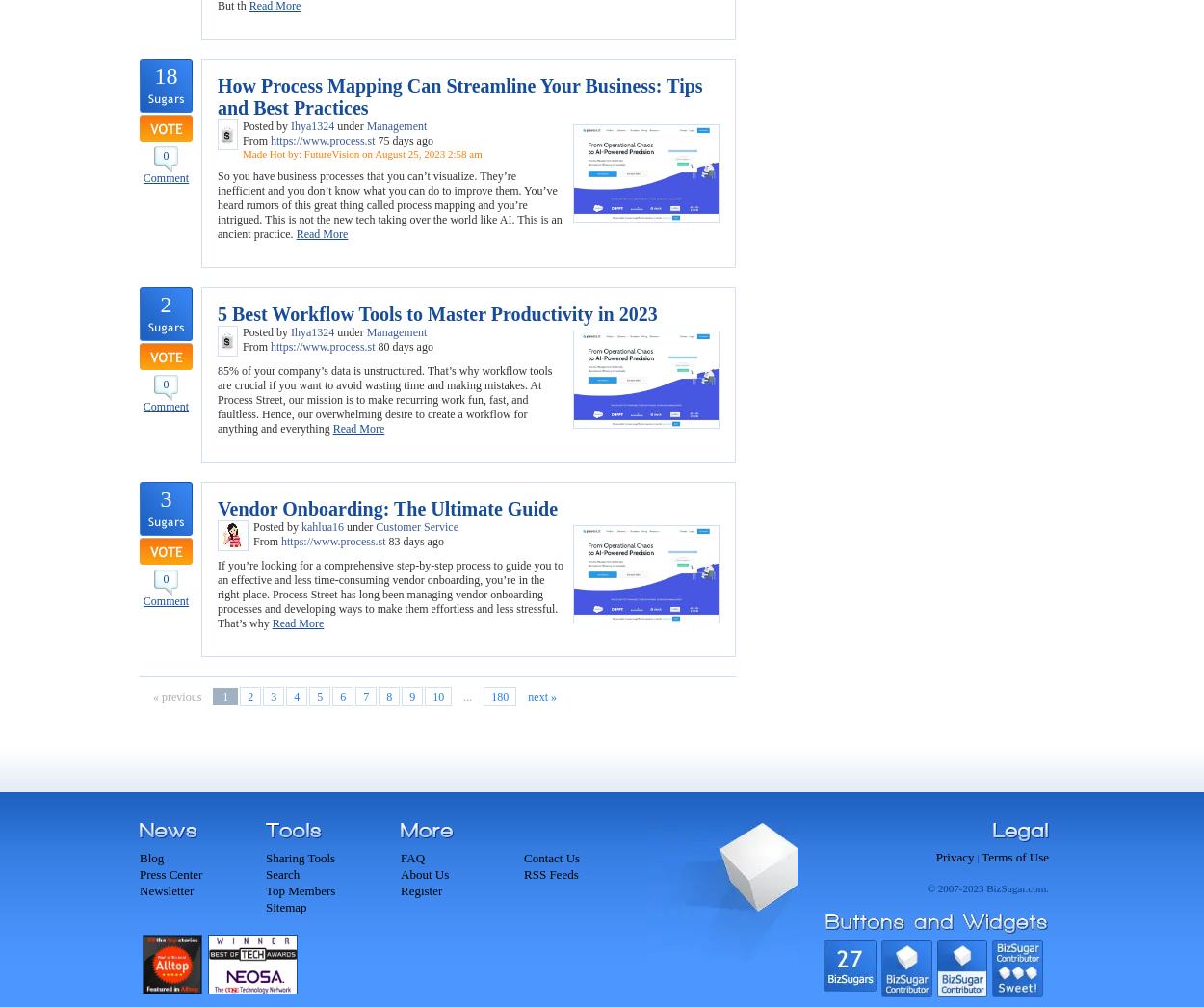  What do you see at coordinates (294, 696) in the screenshot?
I see `'4'` at bounding box center [294, 696].